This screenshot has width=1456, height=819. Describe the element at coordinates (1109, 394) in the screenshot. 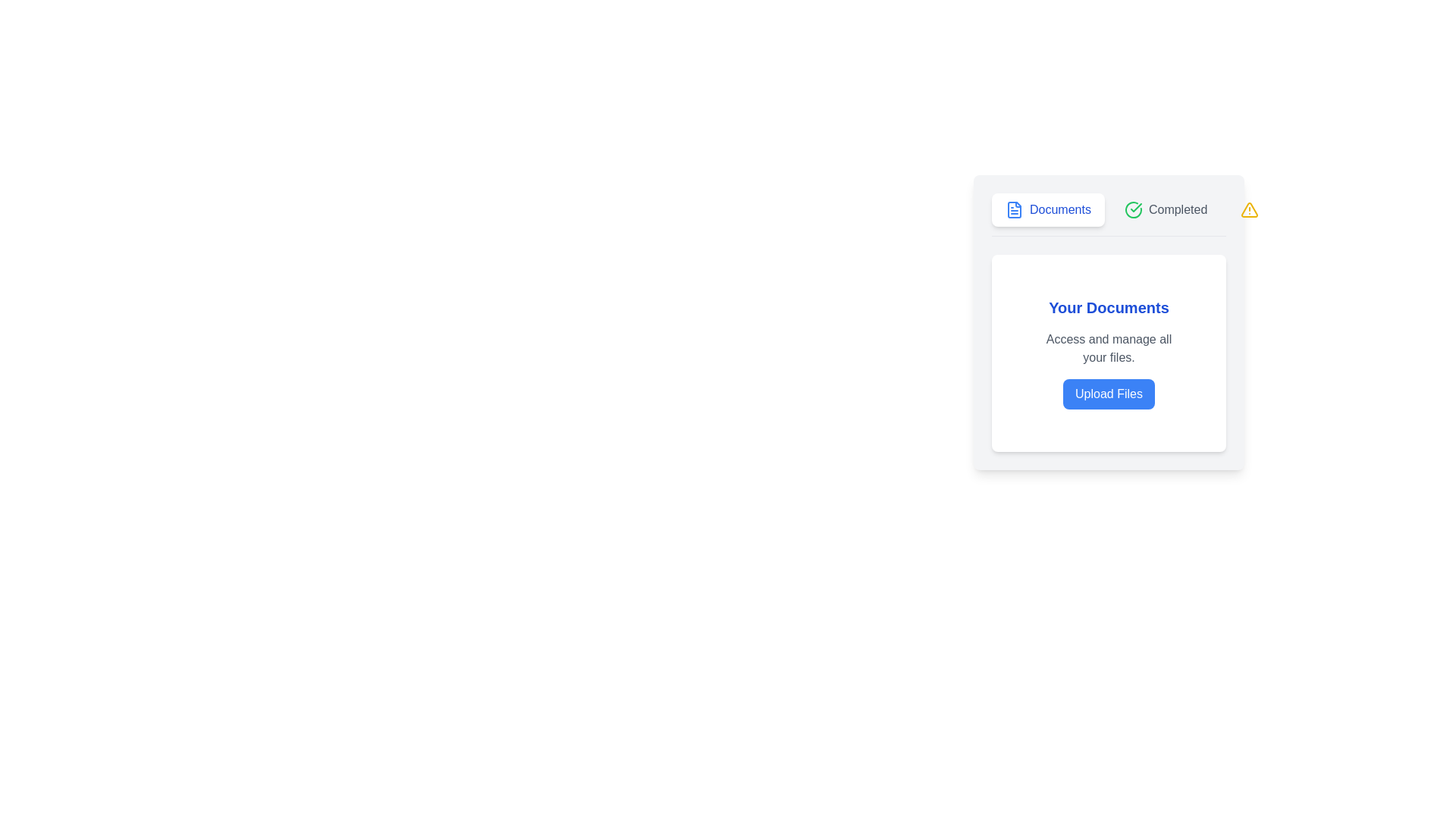

I see `the rectangular button with rounded edges that has a blue background and white text reading 'Upload Files' to initiate the file upload` at that location.